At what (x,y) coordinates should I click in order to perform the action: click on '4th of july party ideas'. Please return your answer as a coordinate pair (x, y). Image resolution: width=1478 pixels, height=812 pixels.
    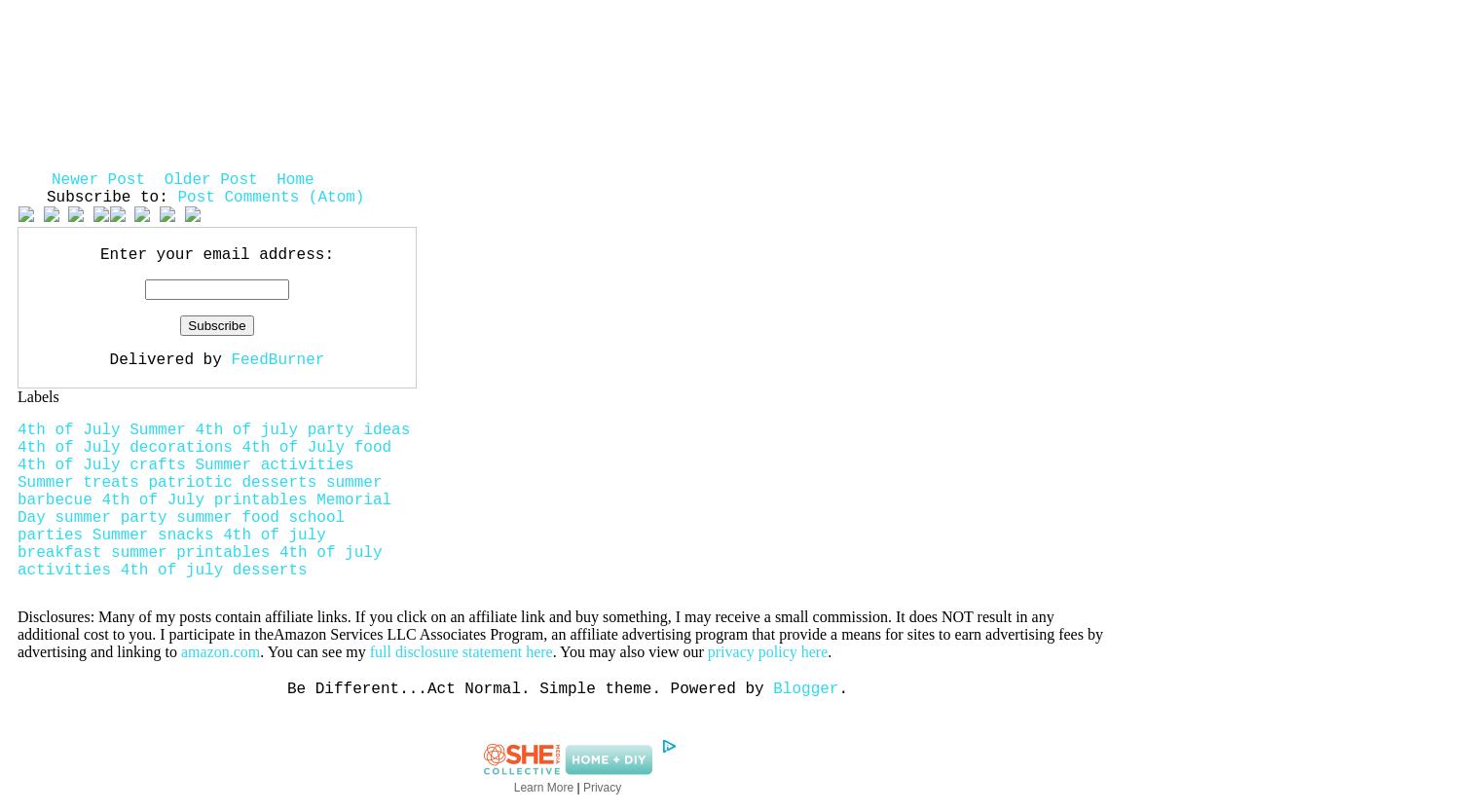
    Looking at the image, I should click on (301, 430).